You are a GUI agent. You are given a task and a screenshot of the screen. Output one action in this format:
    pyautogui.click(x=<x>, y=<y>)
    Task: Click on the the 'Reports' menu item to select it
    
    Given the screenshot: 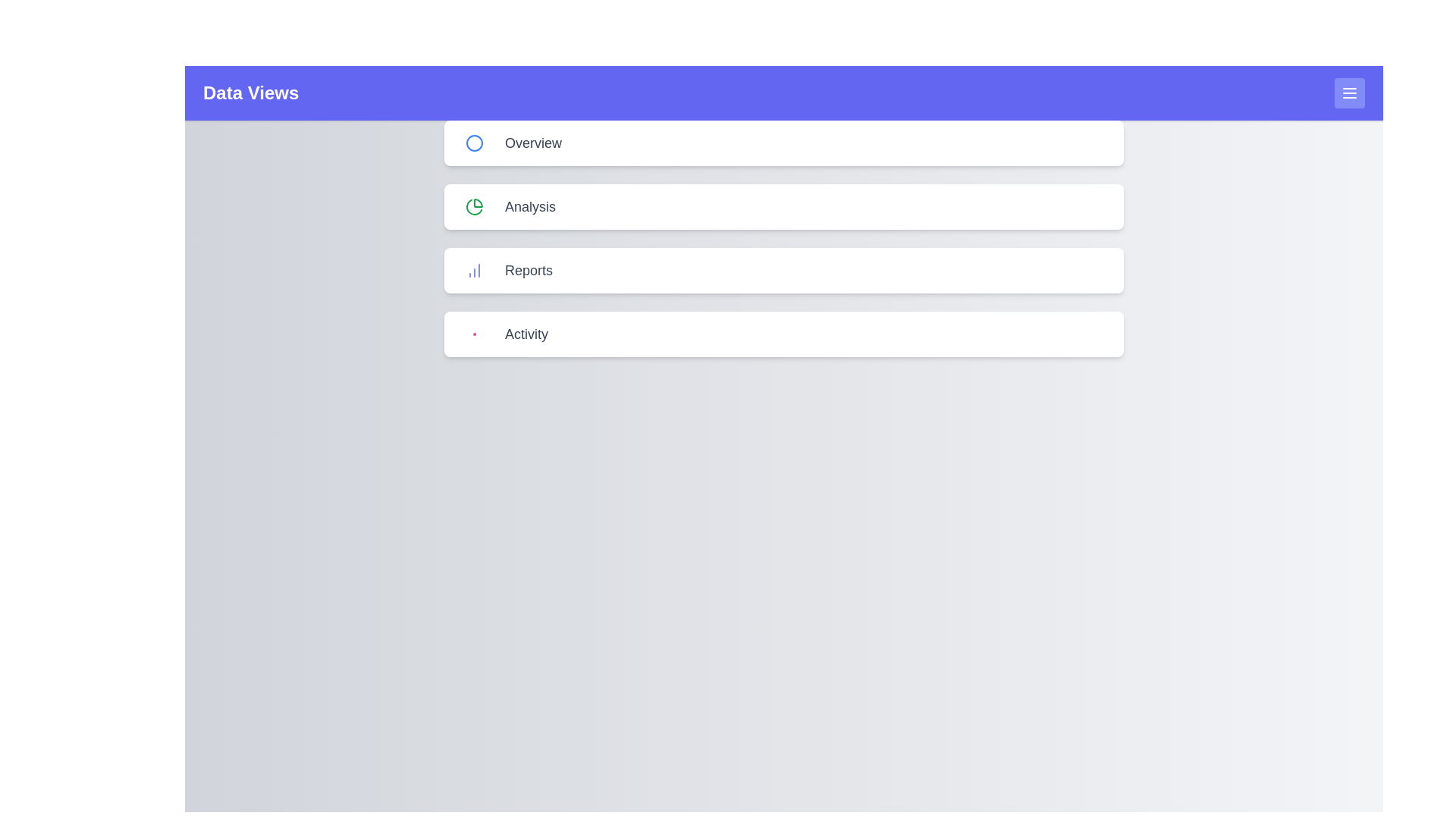 What is the action you would take?
    pyautogui.click(x=783, y=270)
    